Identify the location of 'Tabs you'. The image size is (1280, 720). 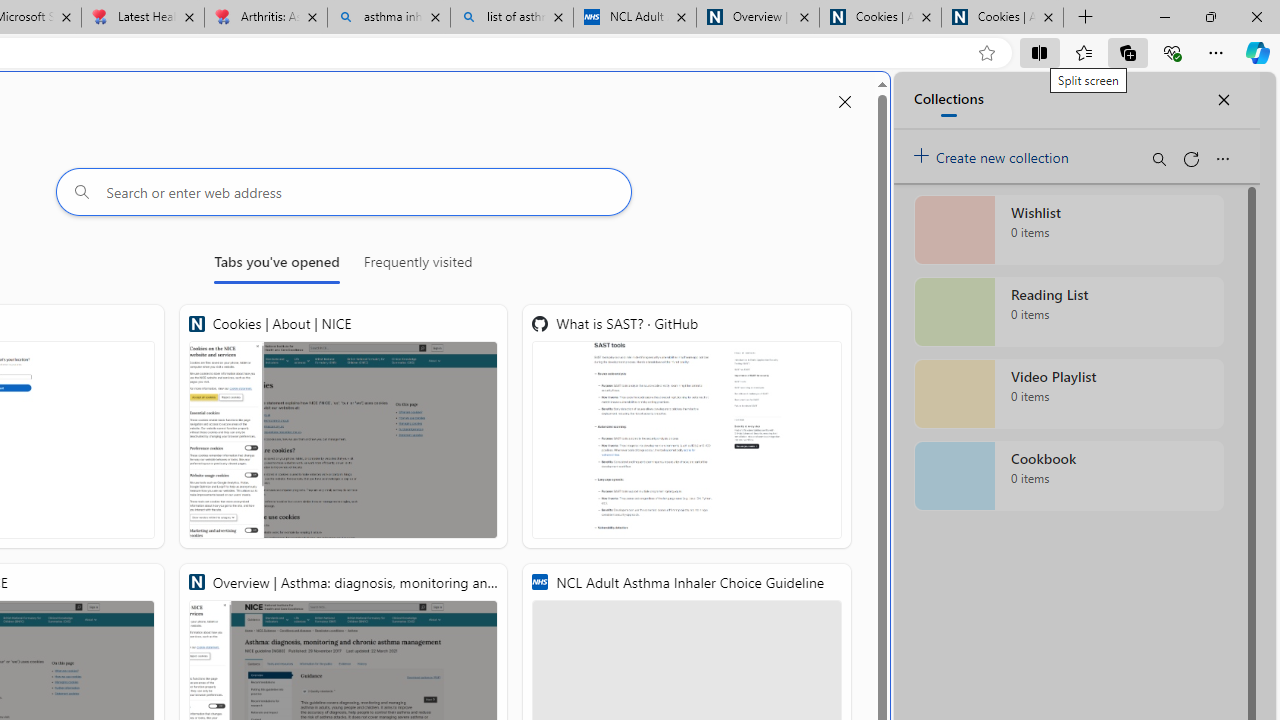
(276, 265).